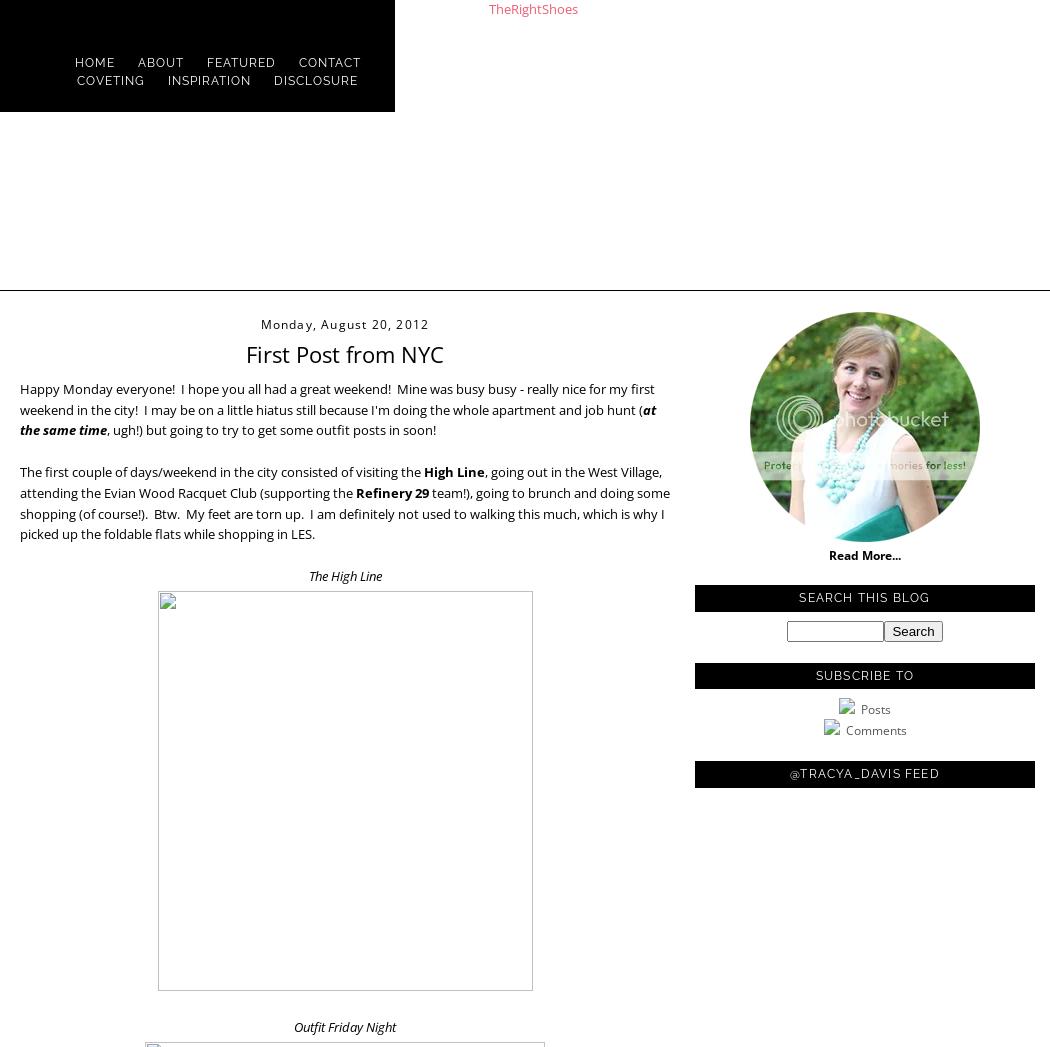  Describe the element at coordinates (344, 1027) in the screenshot. I see `'Outfit Friday Night'` at that location.